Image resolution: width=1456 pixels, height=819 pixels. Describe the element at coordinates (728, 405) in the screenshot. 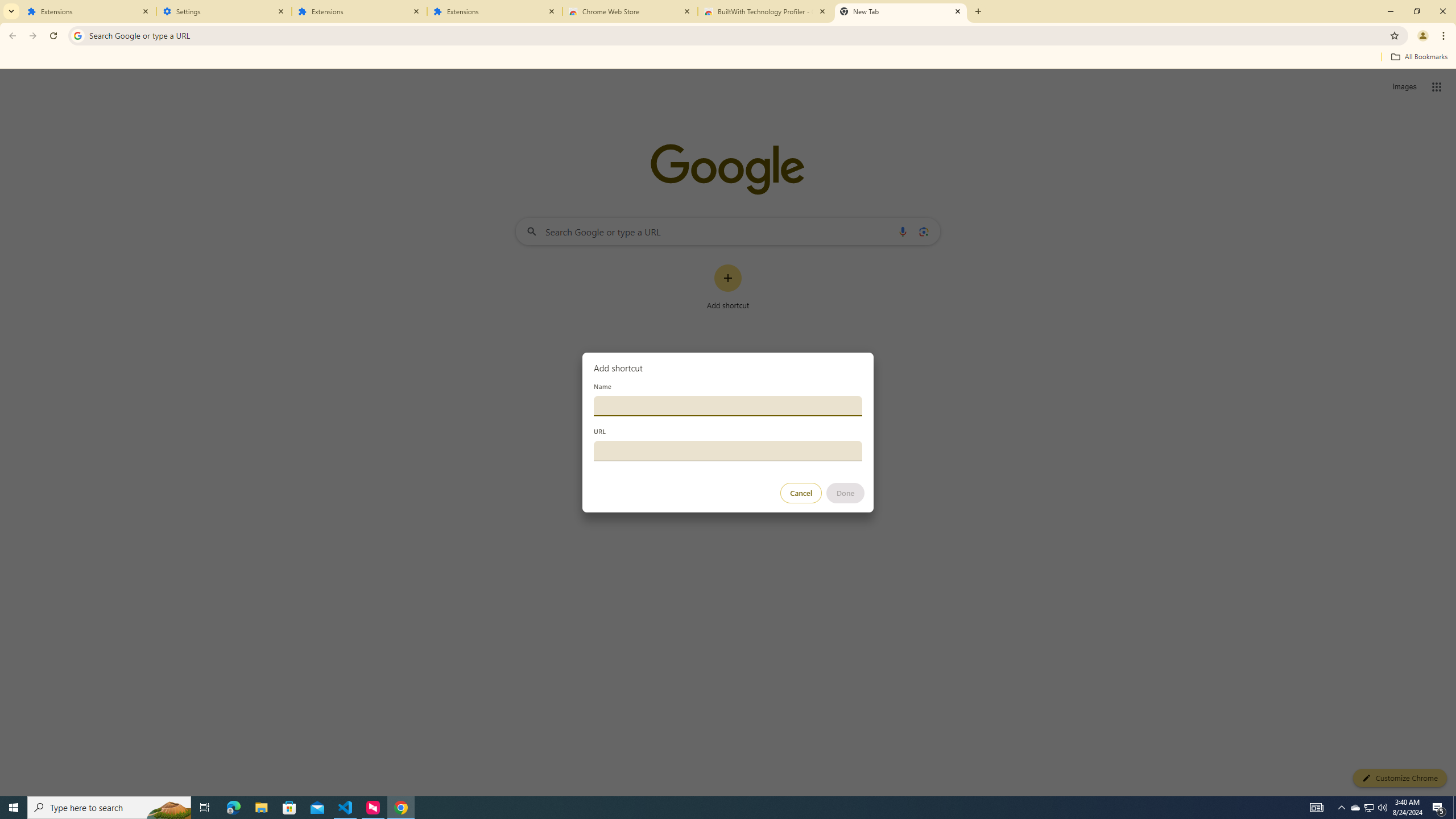

I see `'Name'` at that location.